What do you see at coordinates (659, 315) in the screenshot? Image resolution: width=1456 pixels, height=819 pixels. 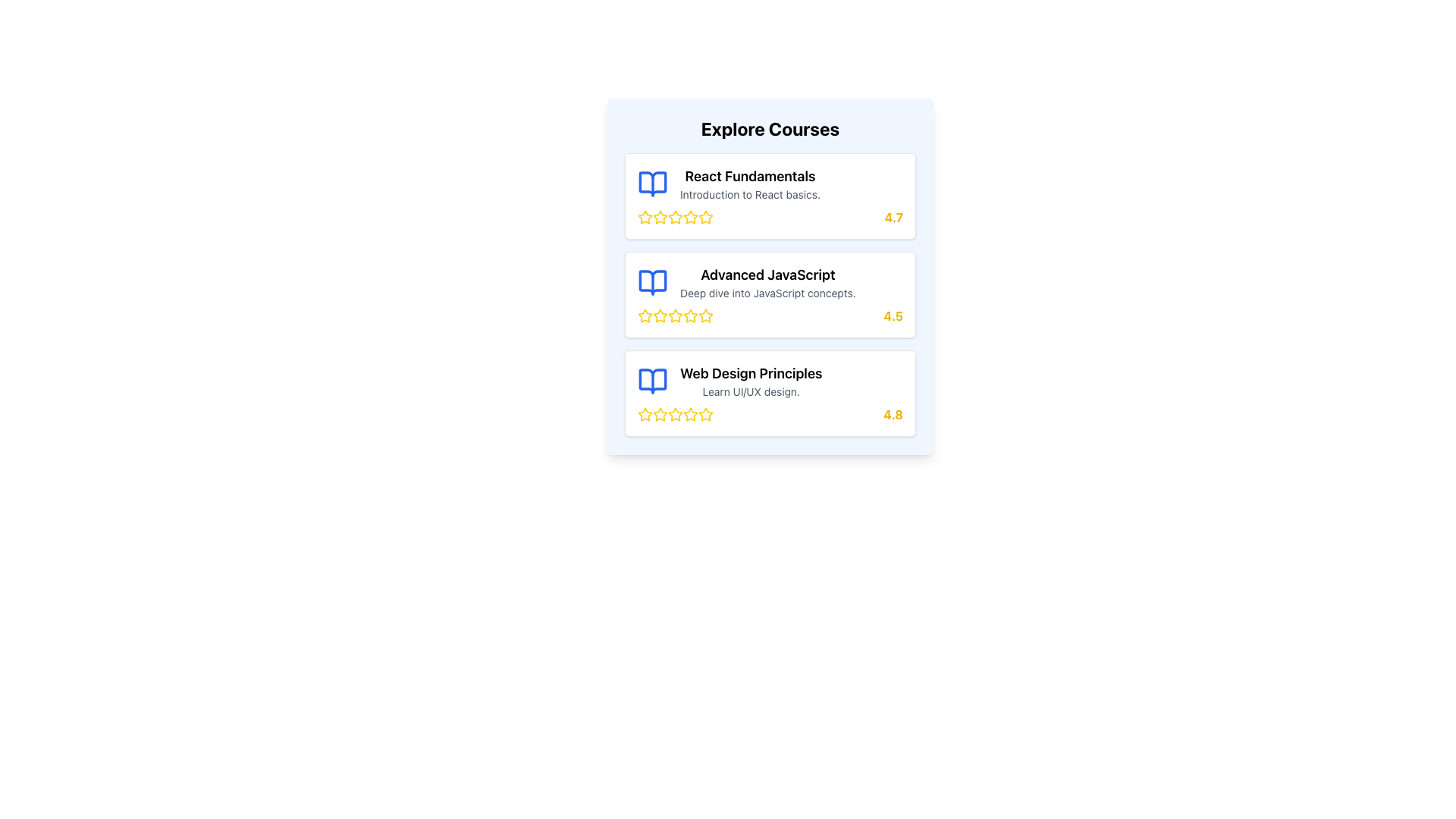 I see `the second star in the rating system under 'Advanced JavaScript'` at bounding box center [659, 315].